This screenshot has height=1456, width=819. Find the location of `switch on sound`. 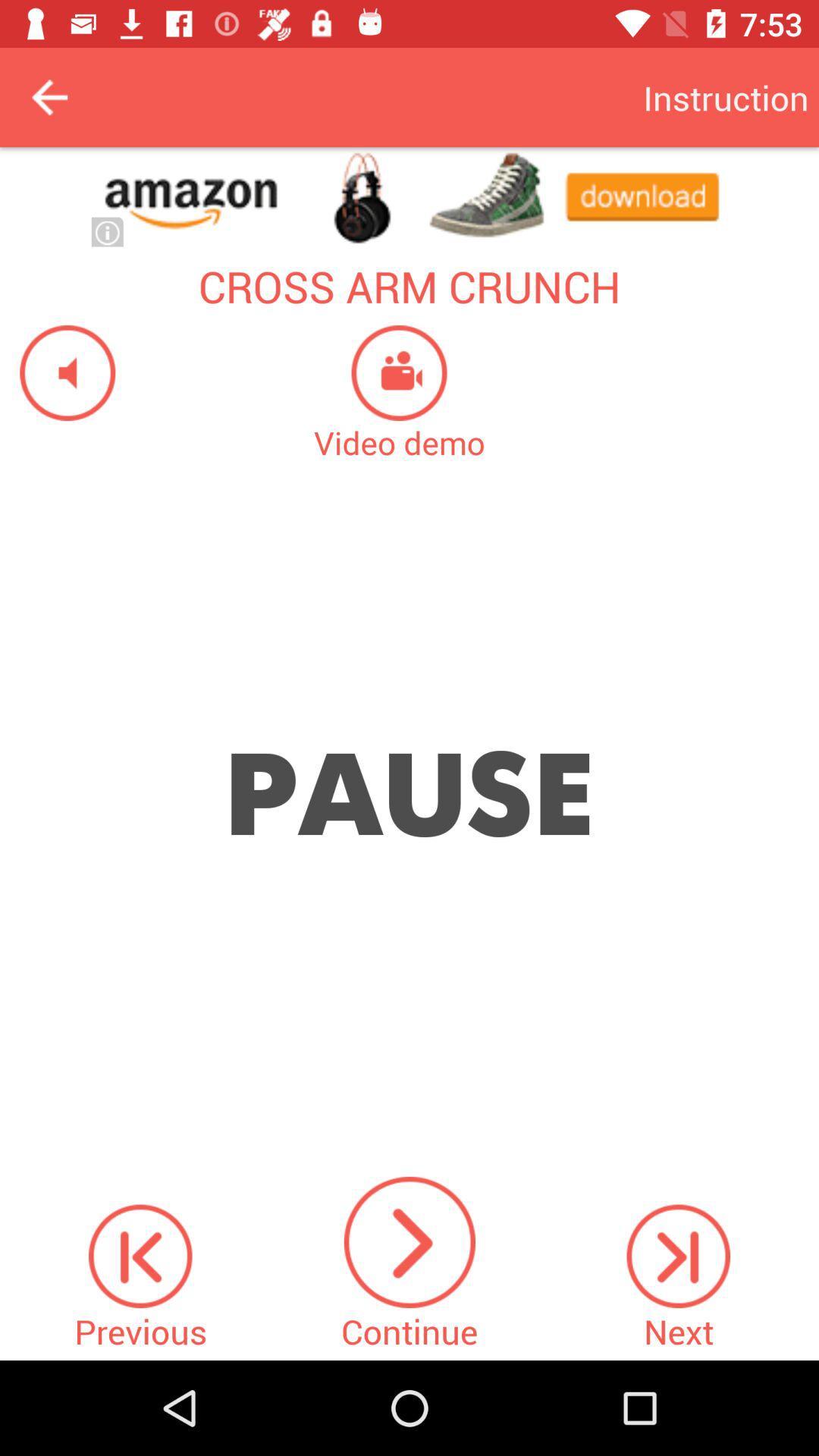

switch on sound is located at coordinates (57, 372).